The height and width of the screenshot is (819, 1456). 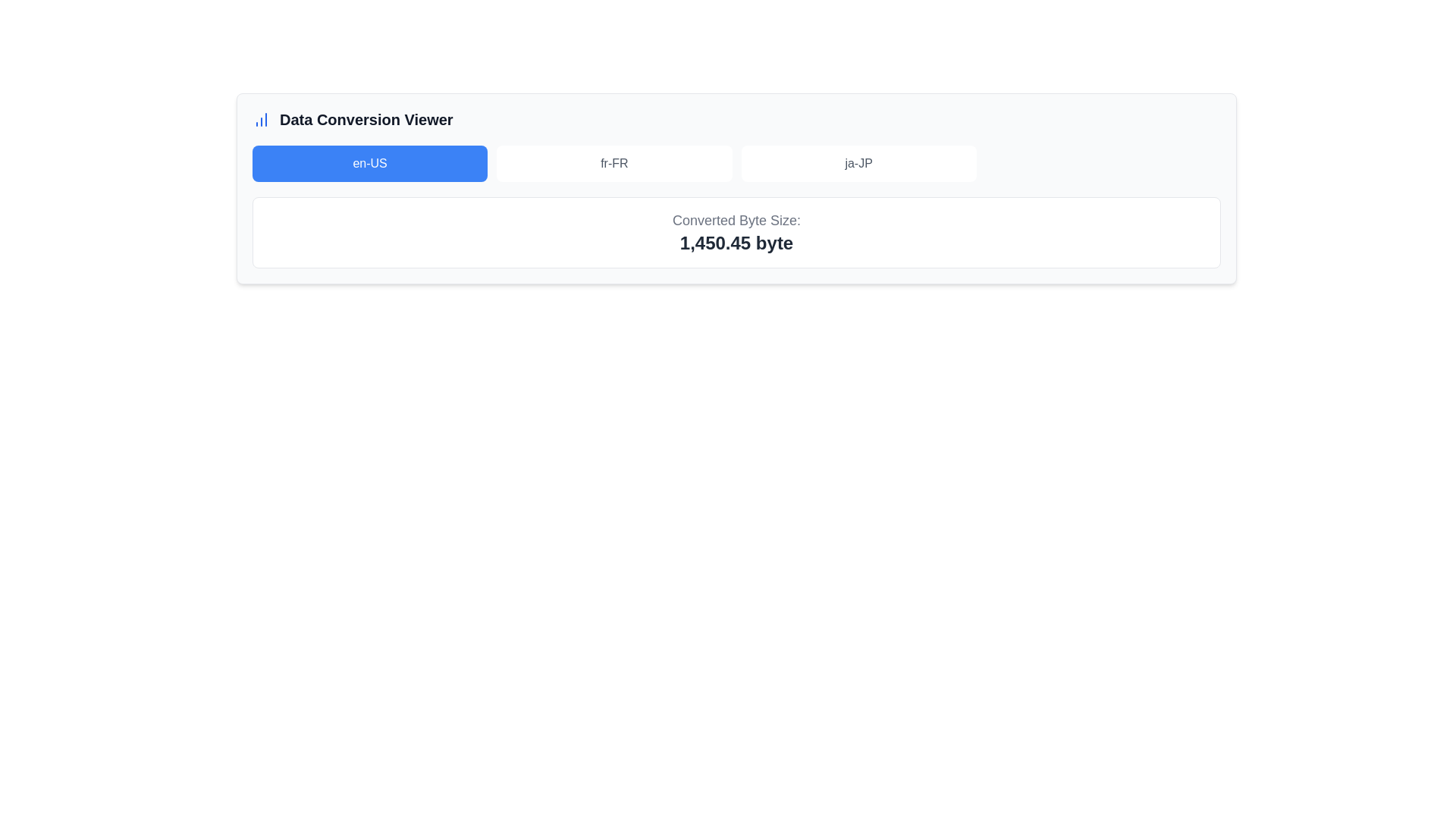 I want to click on the button labeled 'fr-FR' which is the second button in a row of three, to change its styling, so click(x=614, y=164).